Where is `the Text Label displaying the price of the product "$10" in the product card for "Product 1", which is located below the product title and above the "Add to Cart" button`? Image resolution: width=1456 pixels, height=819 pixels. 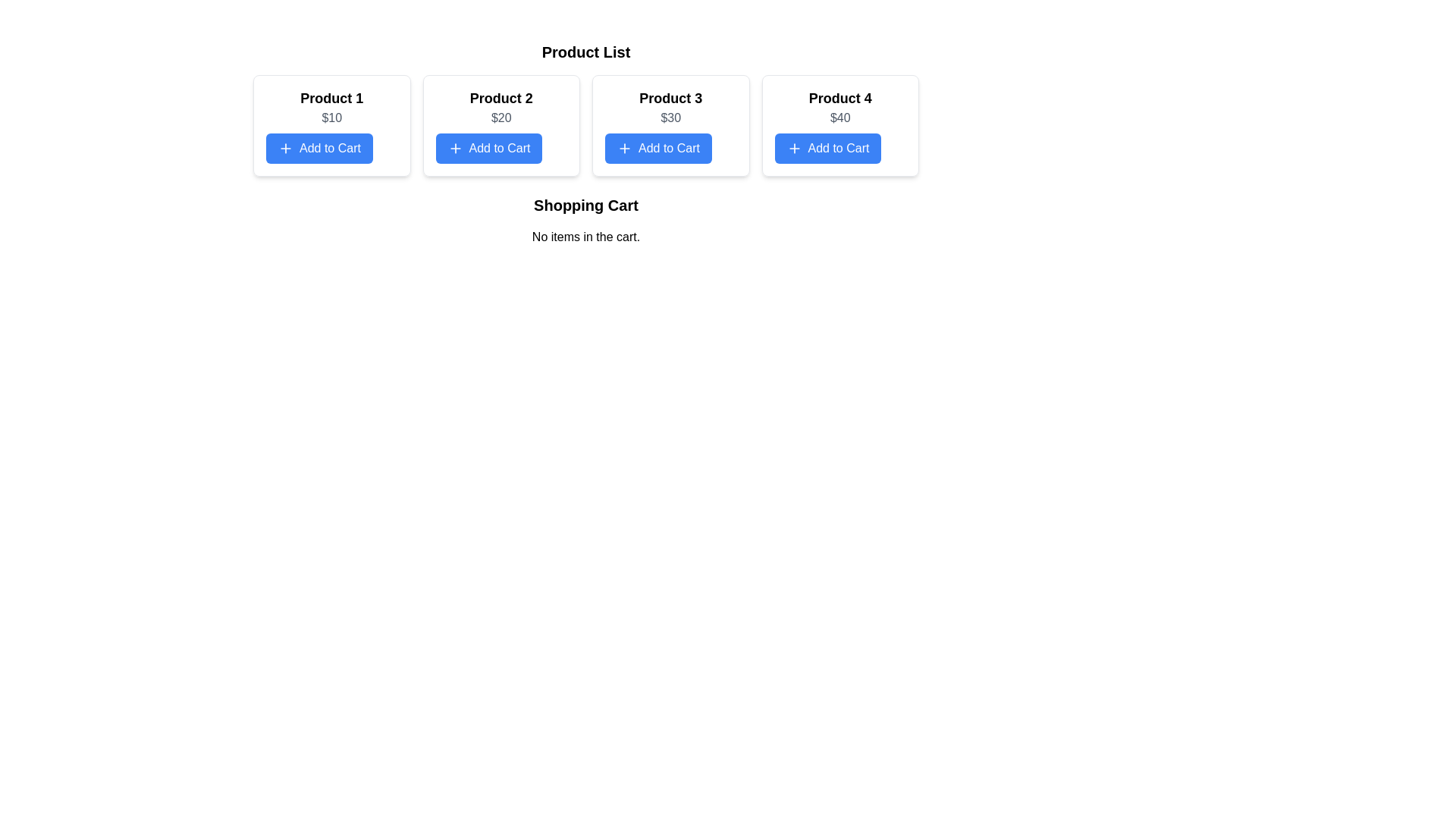 the Text Label displaying the price of the product "$10" in the product card for "Product 1", which is located below the product title and above the "Add to Cart" button is located at coordinates (331, 117).